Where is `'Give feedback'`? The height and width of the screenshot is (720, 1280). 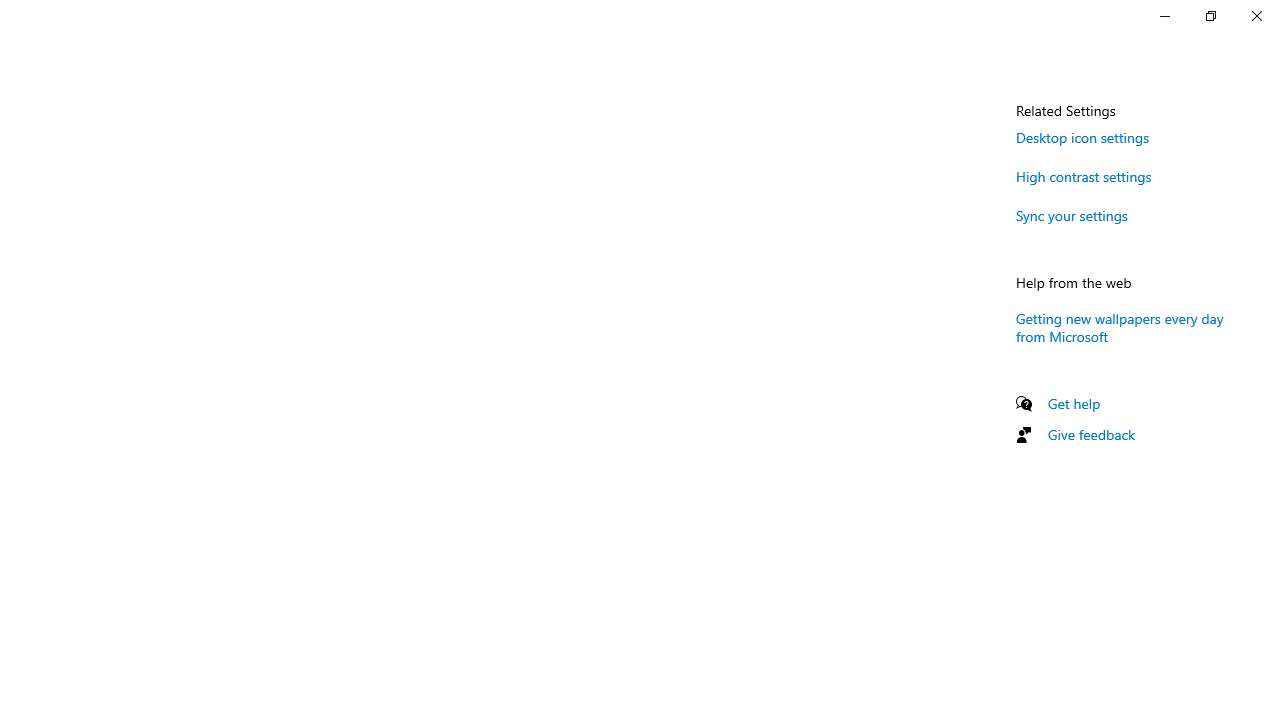
'Give feedback' is located at coordinates (1090, 433).